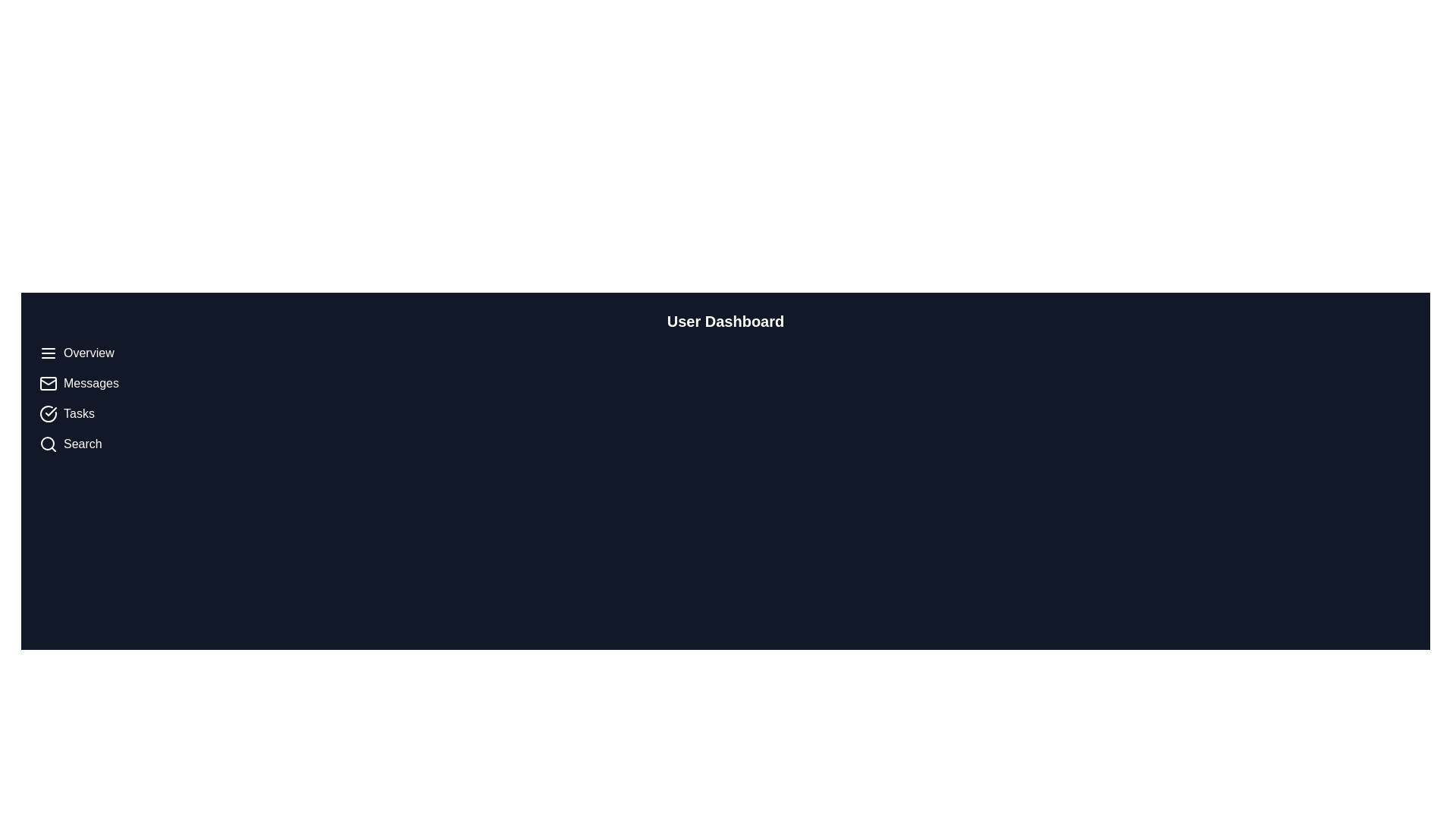  Describe the element at coordinates (78, 414) in the screenshot. I see `the static text label that identifies a navigation option related to tasks, which is the third item in the vertical navigation menu on the left side of the interface` at that location.